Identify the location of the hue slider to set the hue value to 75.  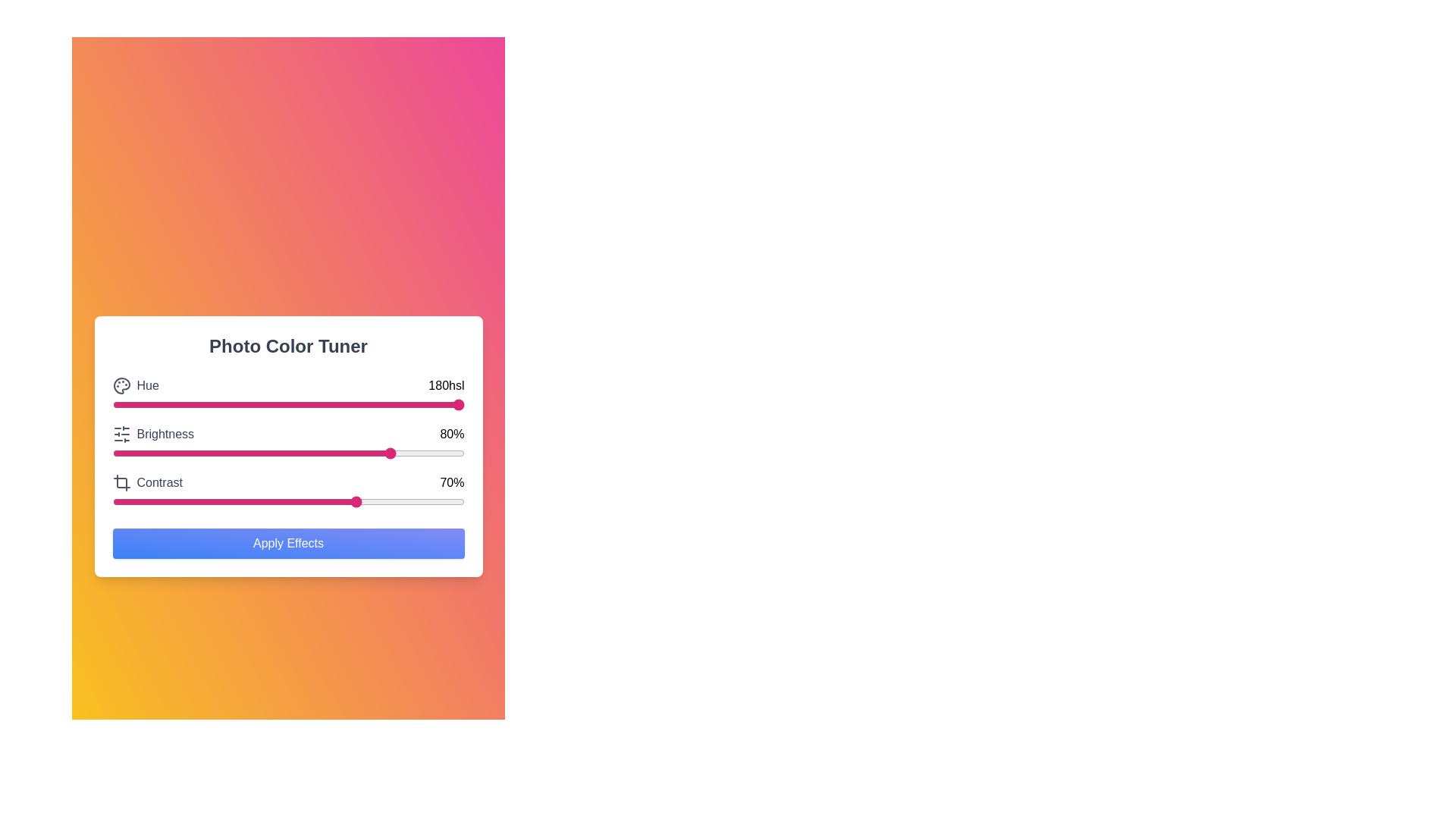
(376, 403).